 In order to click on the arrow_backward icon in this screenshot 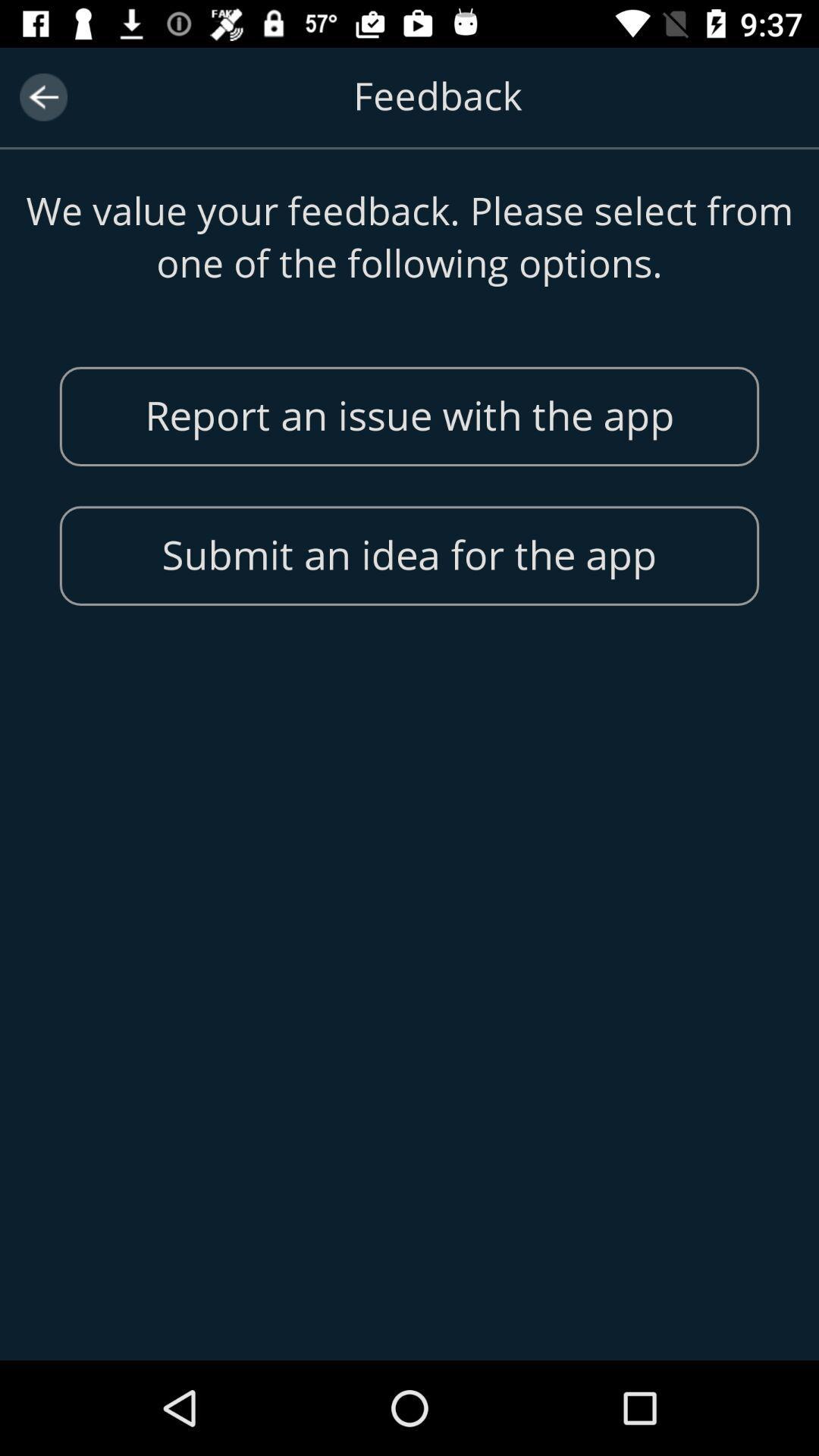, I will do `click(42, 96)`.